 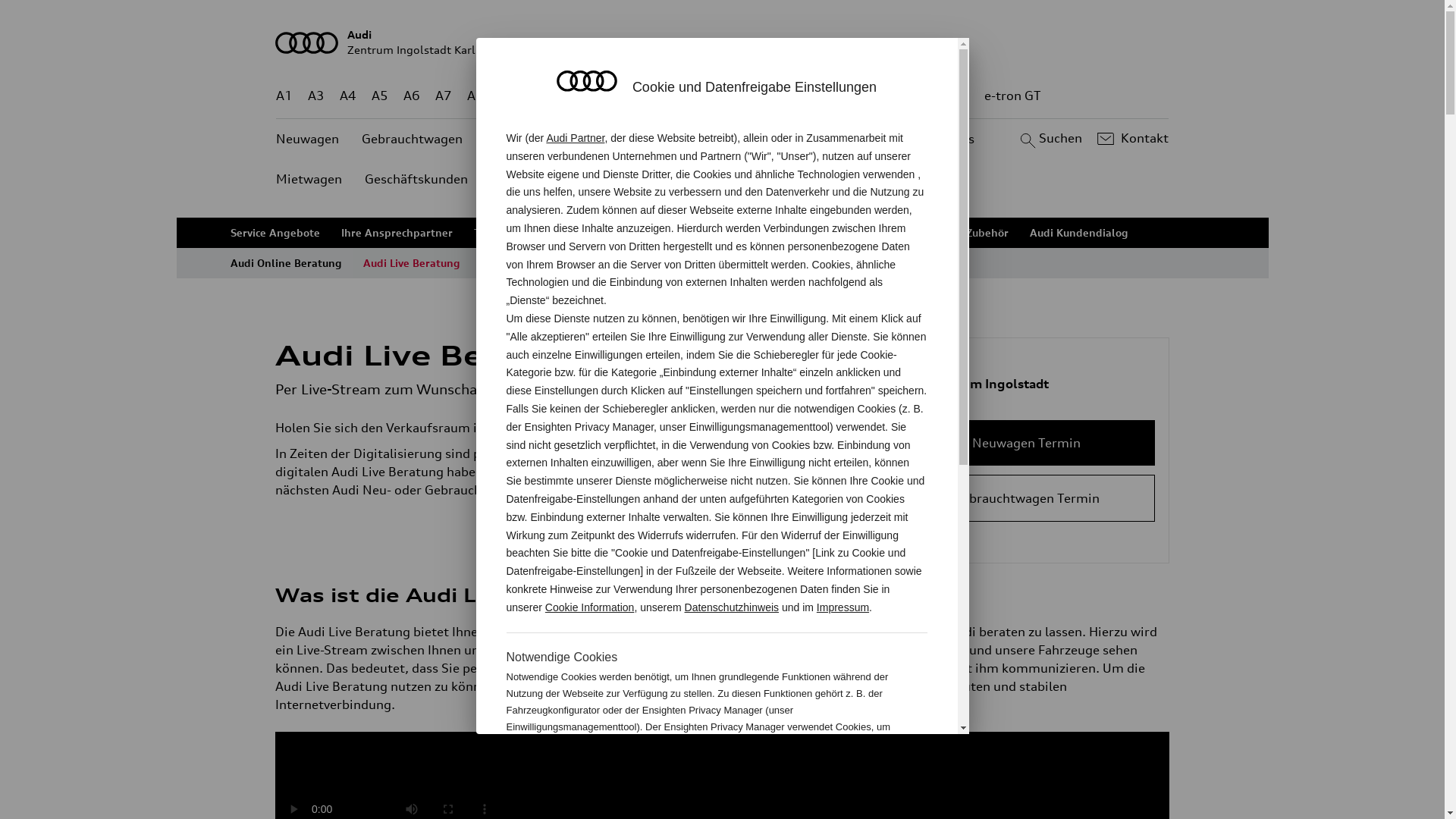 I want to click on 'Neuwagen Termin', so click(x=1026, y=442).